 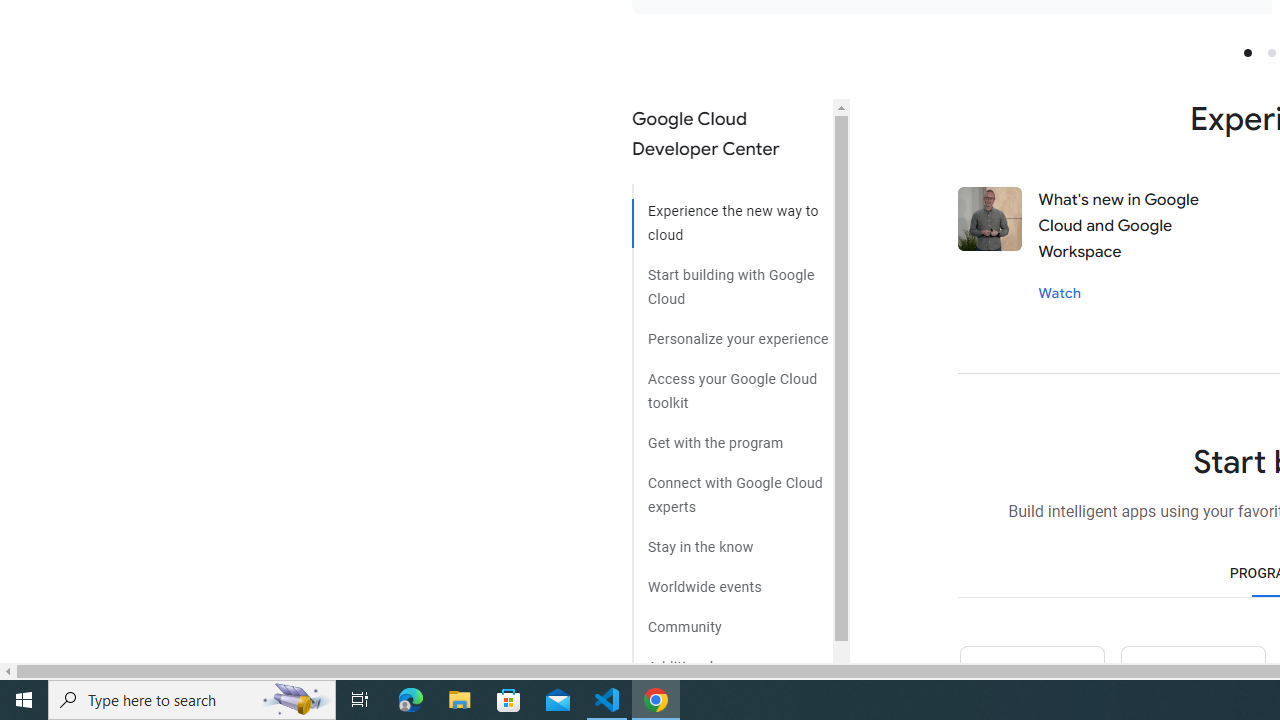 What do you see at coordinates (731, 434) in the screenshot?
I see `'Get with the program'` at bounding box center [731, 434].